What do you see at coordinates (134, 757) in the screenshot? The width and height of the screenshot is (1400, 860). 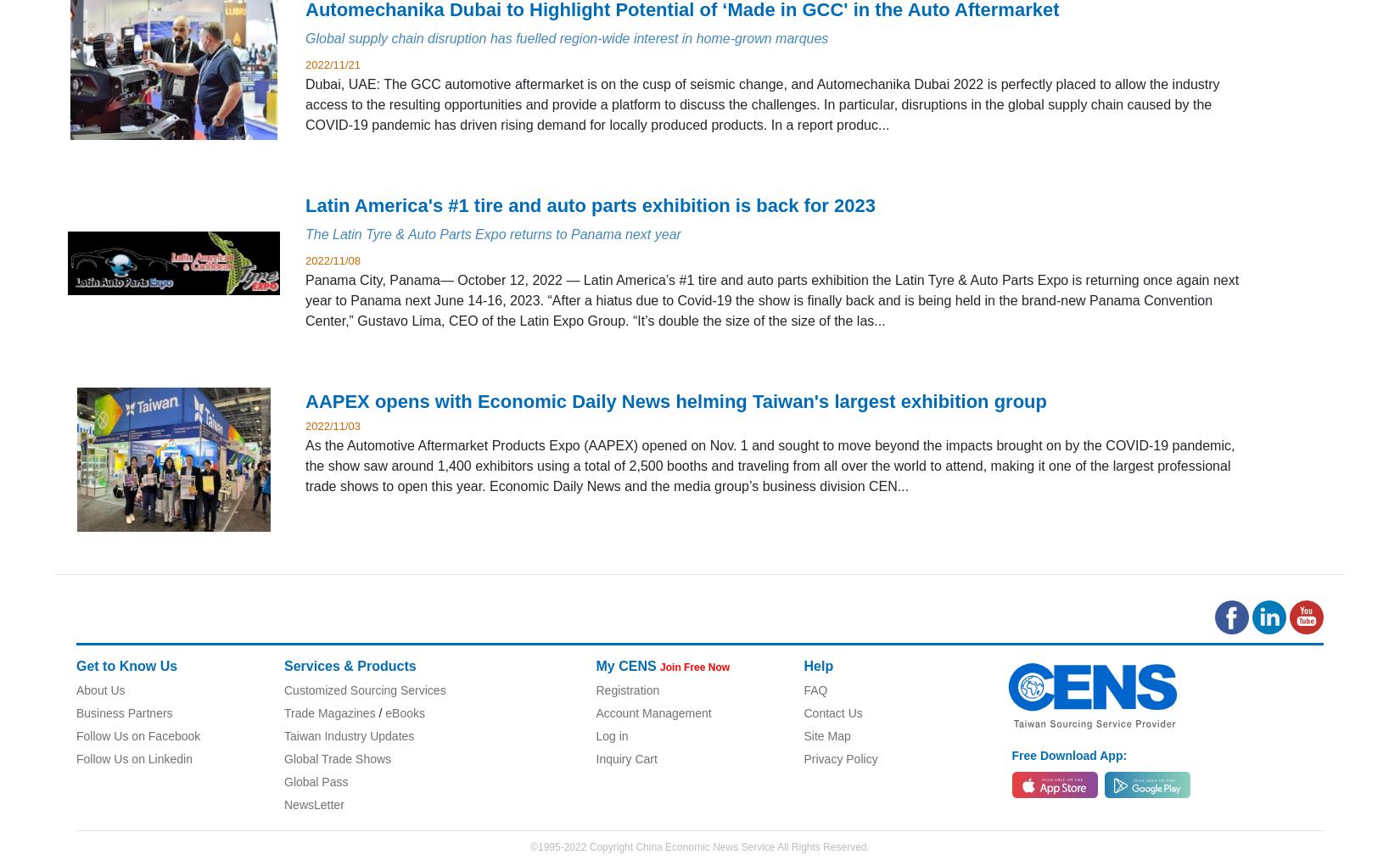 I see `'Follow Us on Linkedin'` at bounding box center [134, 757].